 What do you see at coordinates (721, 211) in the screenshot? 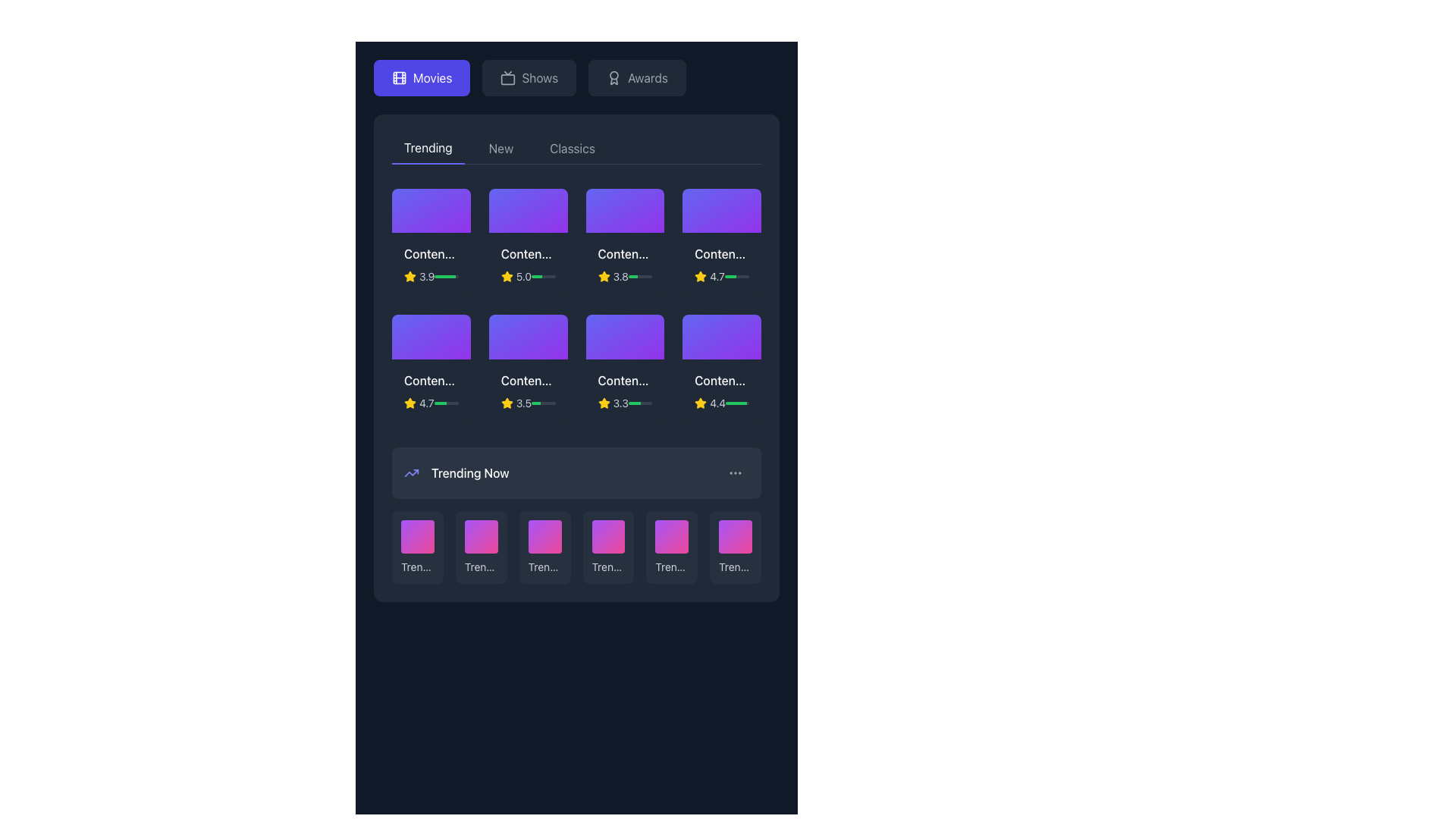
I see `the decorative graphic or thumbnail in the topmost row and fourth column of the 'Trending' section, which has a gradient background from indigo to purple` at bounding box center [721, 211].